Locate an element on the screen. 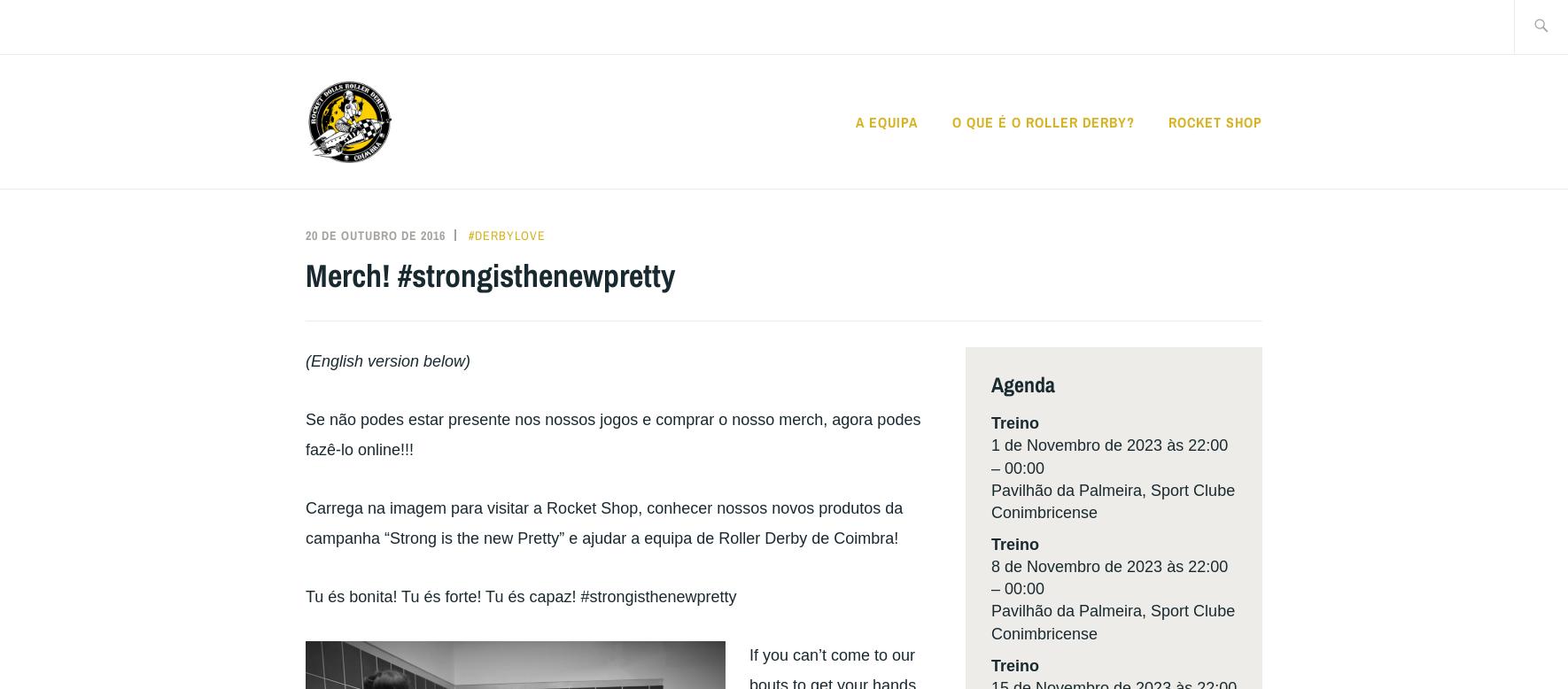 The width and height of the screenshot is (1568, 689). 'Se não podes estar presente nos nossos jogos e comprar o nosso merch, agora podes fazê-lo online!!!' is located at coordinates (612, 432).